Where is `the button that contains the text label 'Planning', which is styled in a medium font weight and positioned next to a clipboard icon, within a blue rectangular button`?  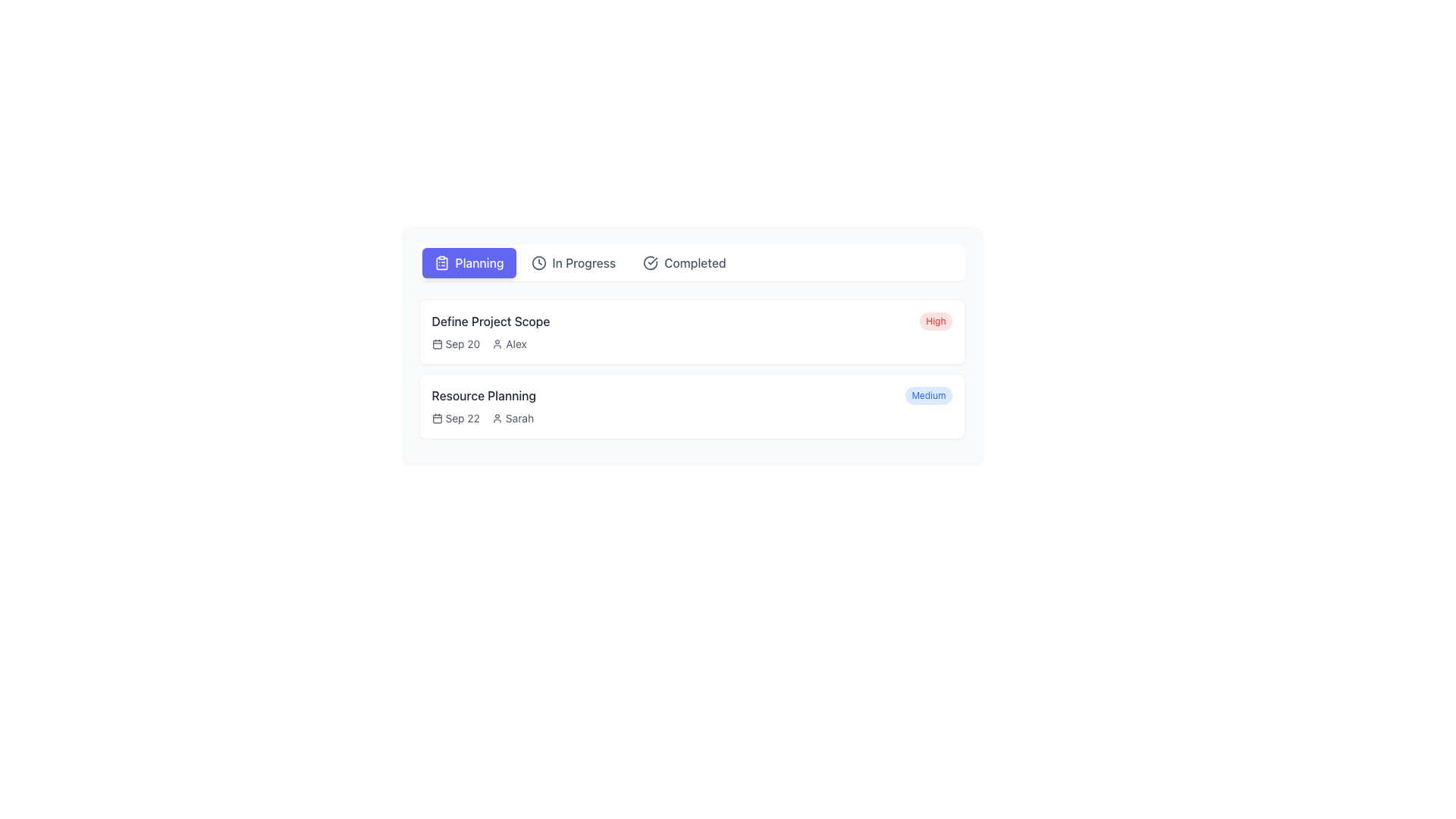 the button that contains the text label 'Planning', which is styled in a medium font weight and positioned next to a clipboard icon, within a blue rectangular button is located at coordinates (479, 262).